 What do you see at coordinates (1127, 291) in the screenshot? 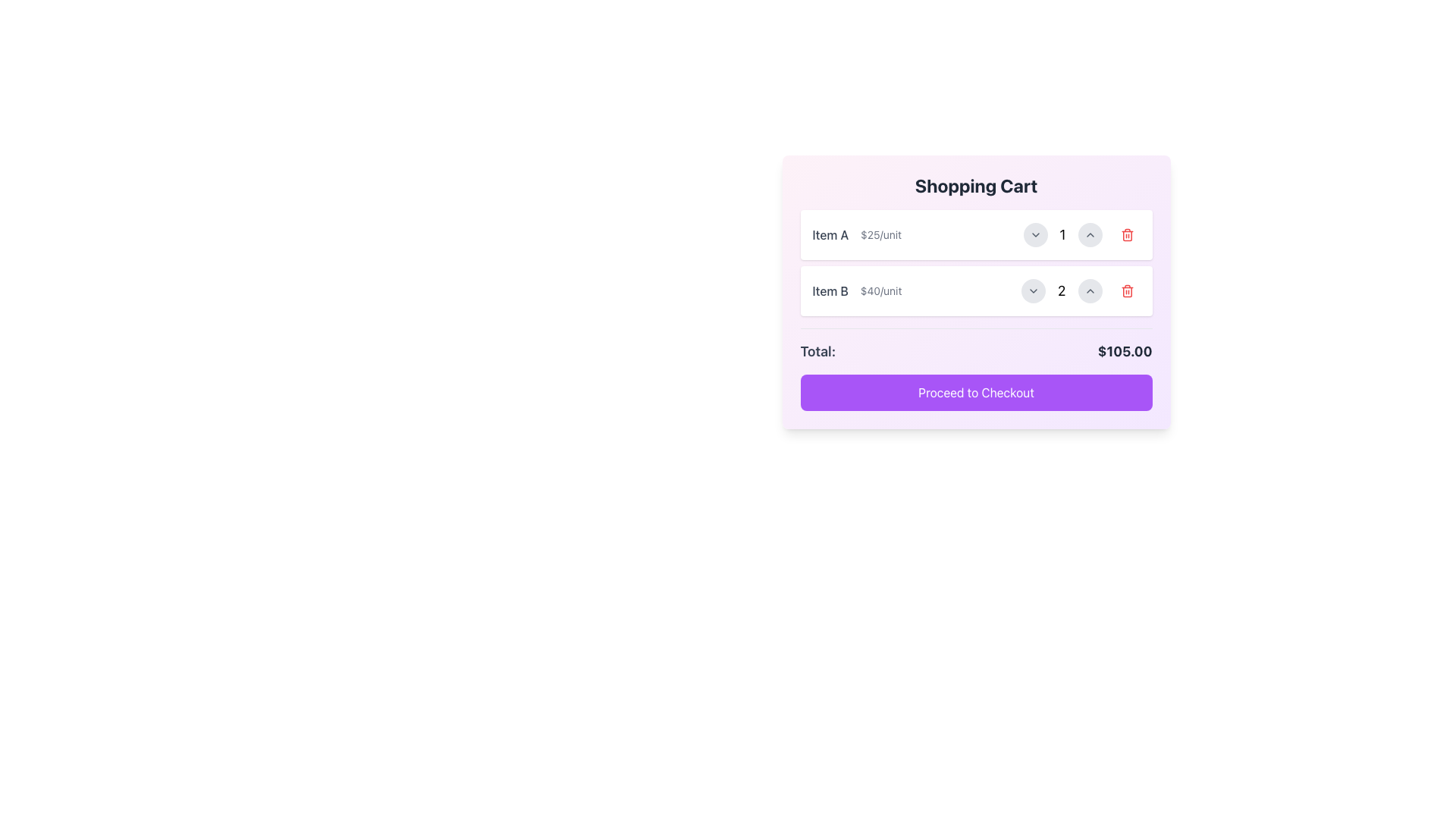
I see `the delete button for 'Item B'` at bounding box center [1127, 291].